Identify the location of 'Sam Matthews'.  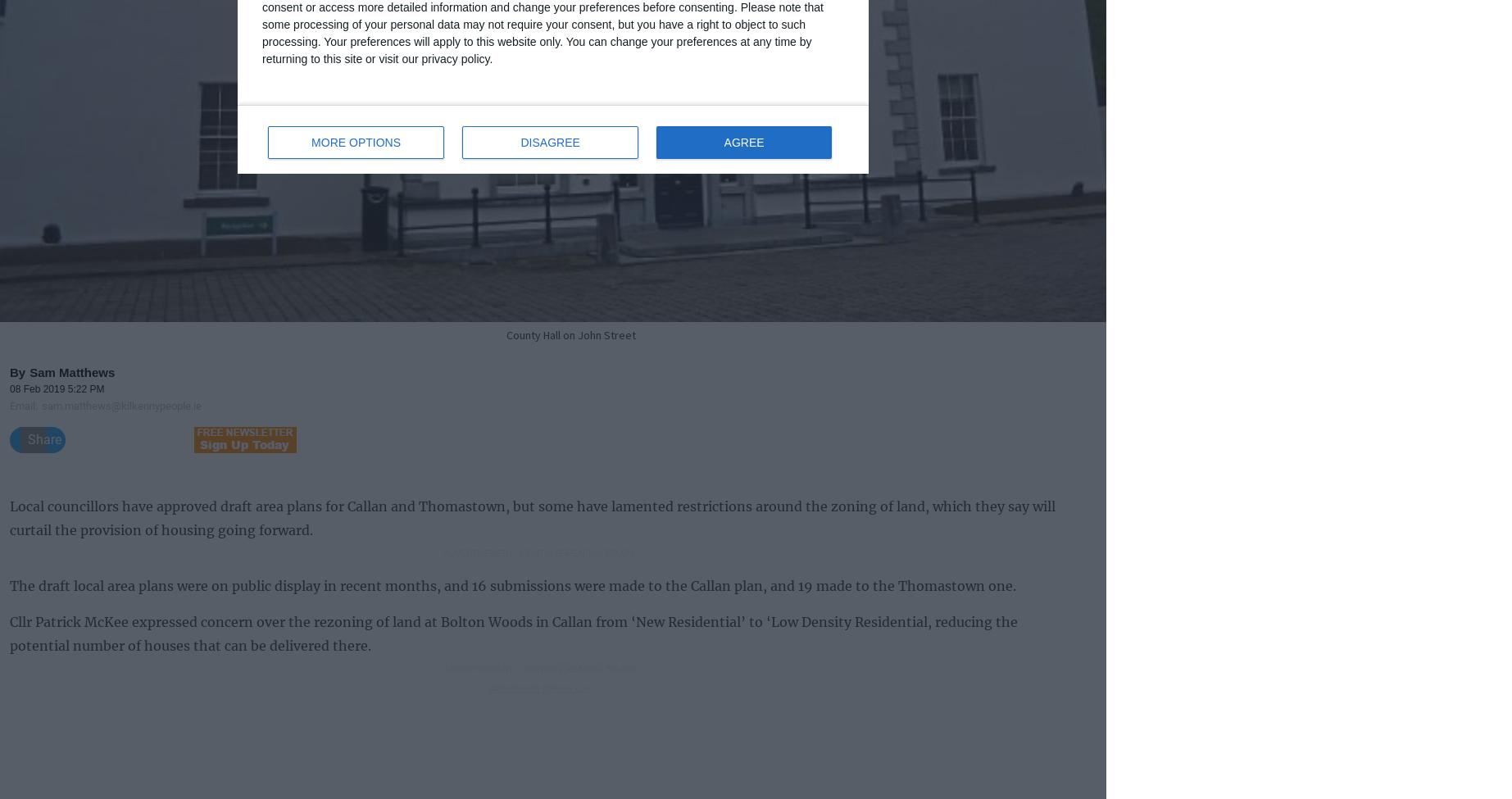
(72, 371).